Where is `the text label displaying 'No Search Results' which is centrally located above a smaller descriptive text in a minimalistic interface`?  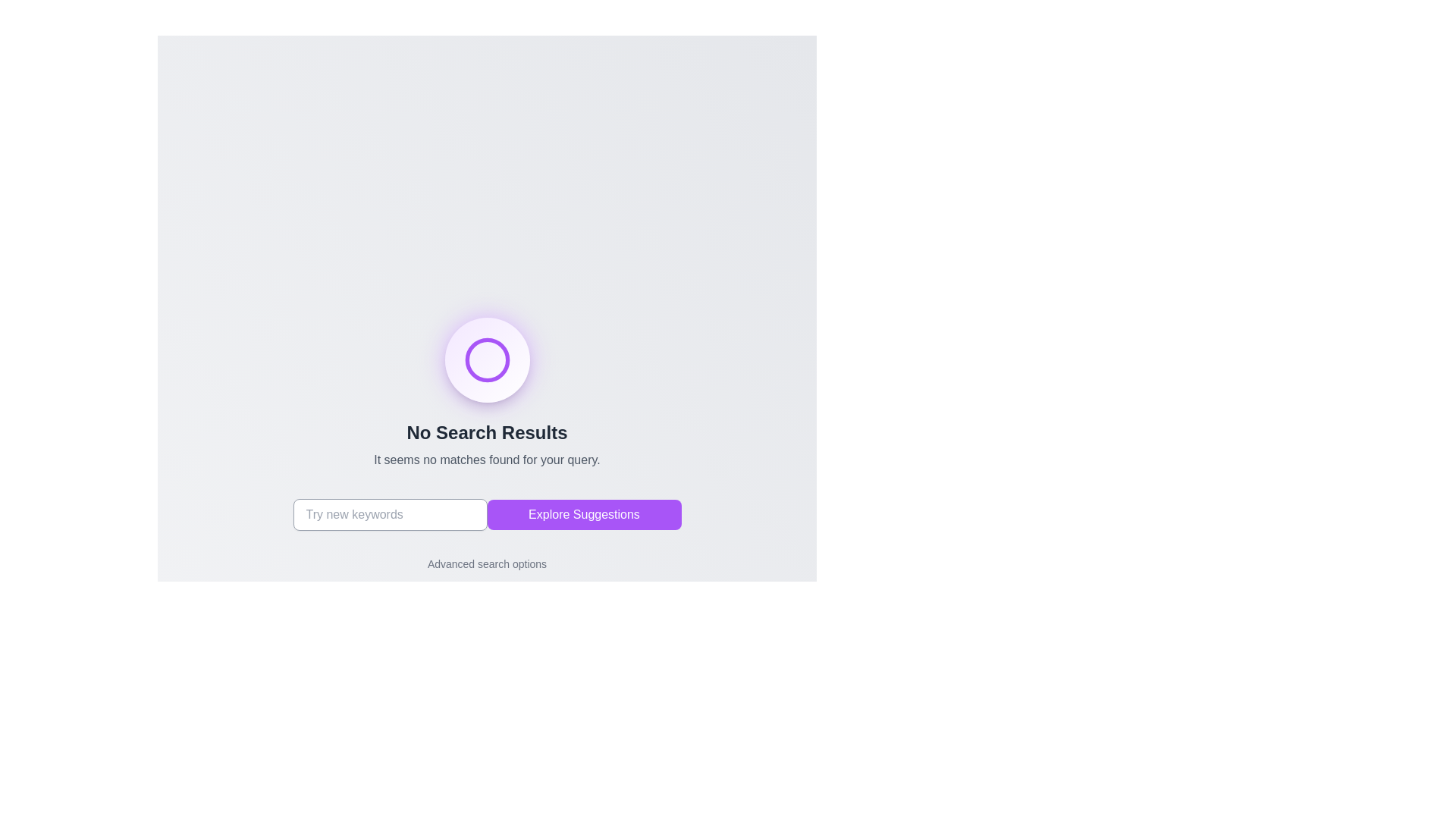 the text label displaying 'No Search Results' which is centrally located above a smaller descriptive text in a minimalistic interface is located at coordinates (487, 432).